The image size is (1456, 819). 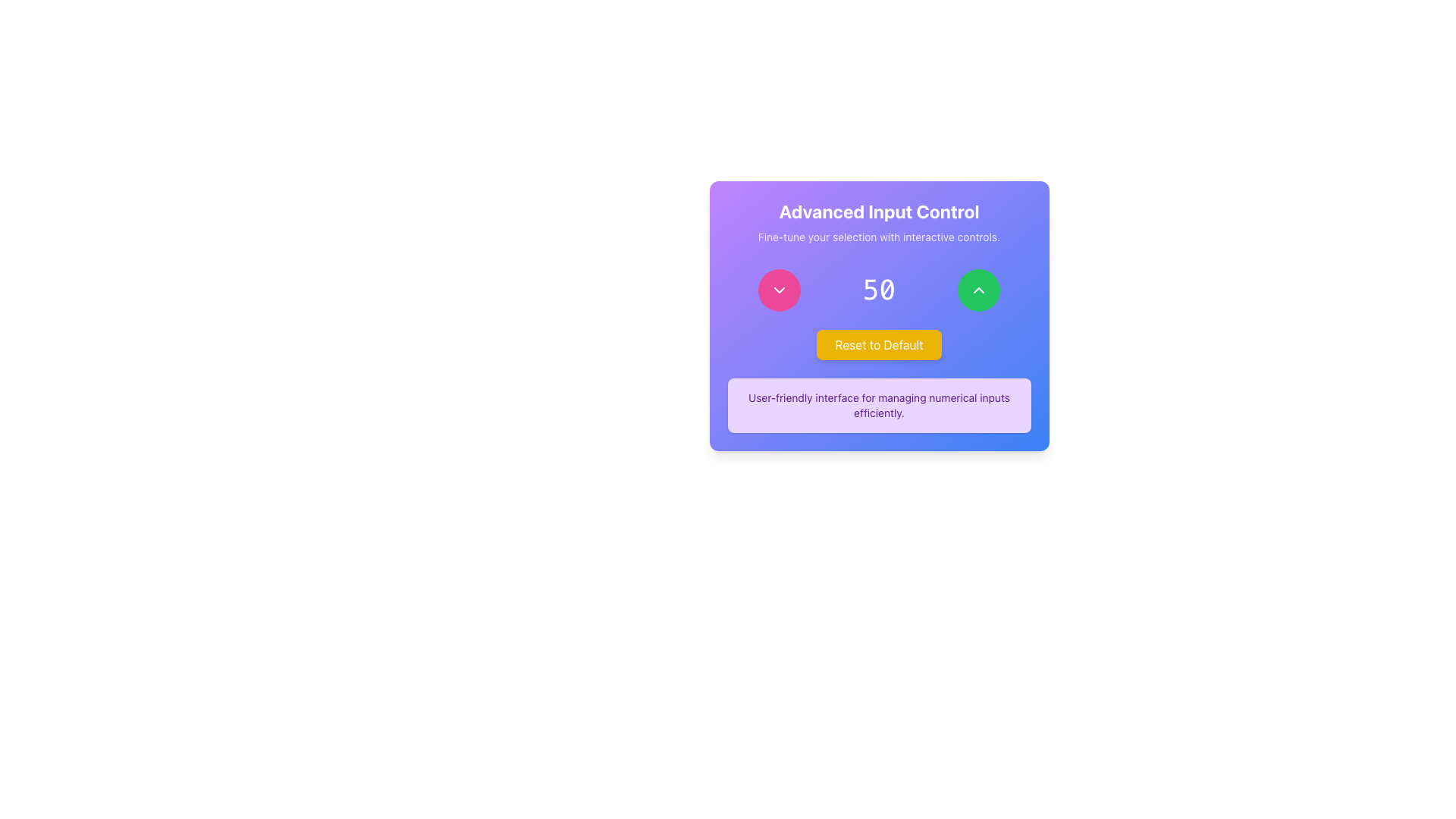 What do you see at coordinates (978, 290) in the screenshot?
I see `the increment icon located within a green circular button on the right side of a numeric input section to increment the number by one unit` at bounding box center [978, 290].